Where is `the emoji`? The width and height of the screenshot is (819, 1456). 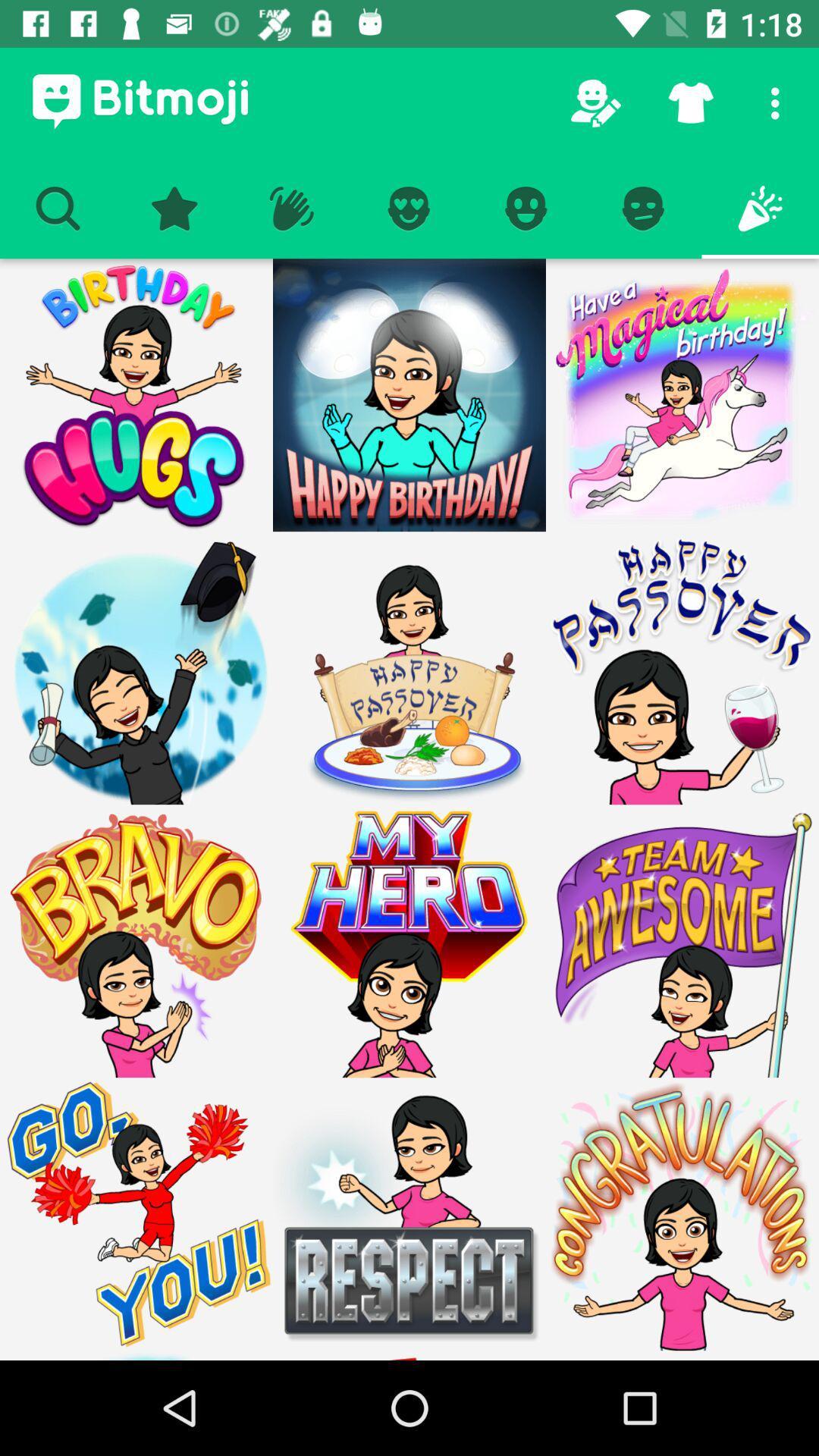
the emoji is located at coordinates (681, 940).